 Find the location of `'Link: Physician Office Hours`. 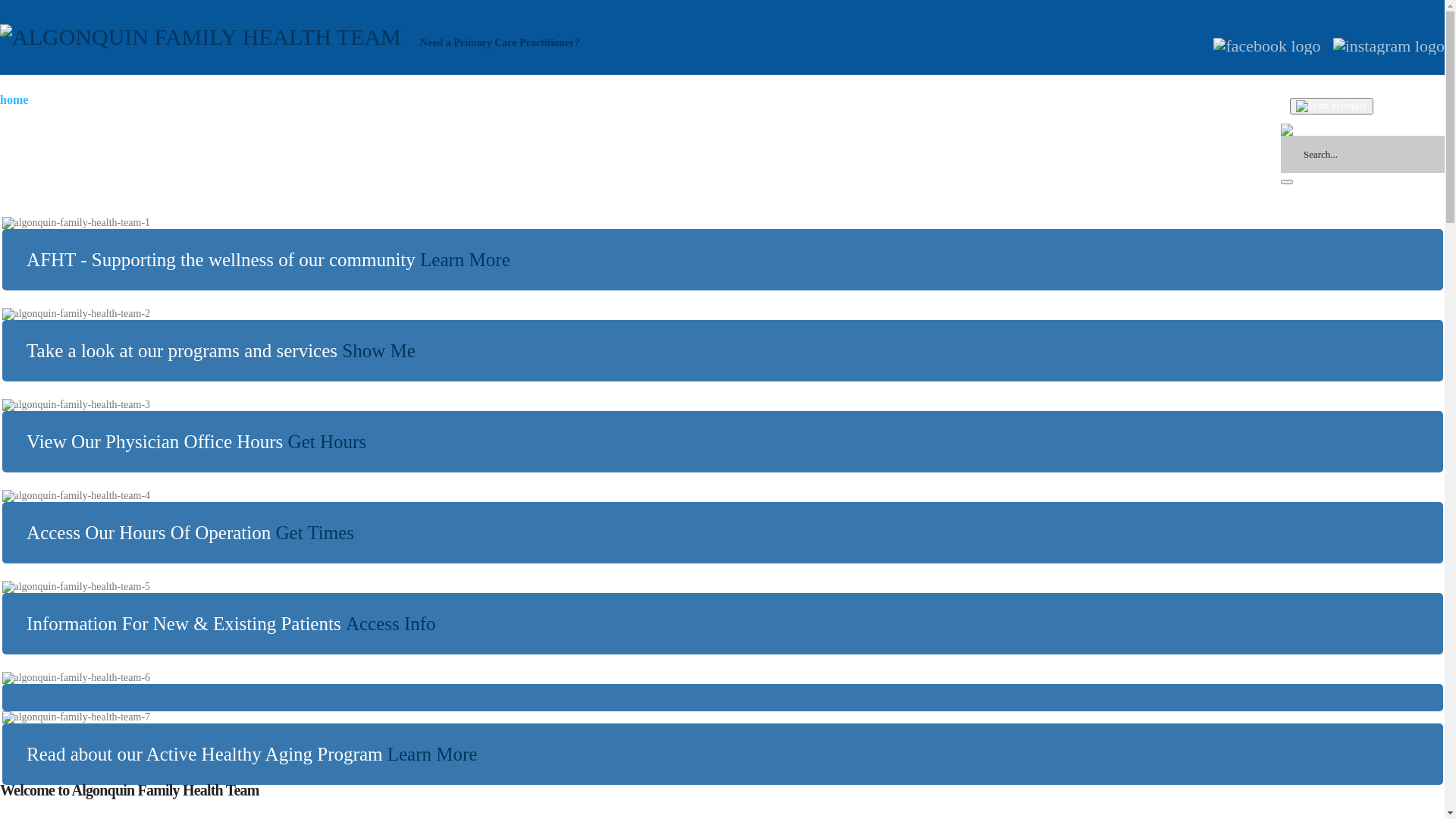

'Link: Physician Office Hours is located at coordinates (326, 441).